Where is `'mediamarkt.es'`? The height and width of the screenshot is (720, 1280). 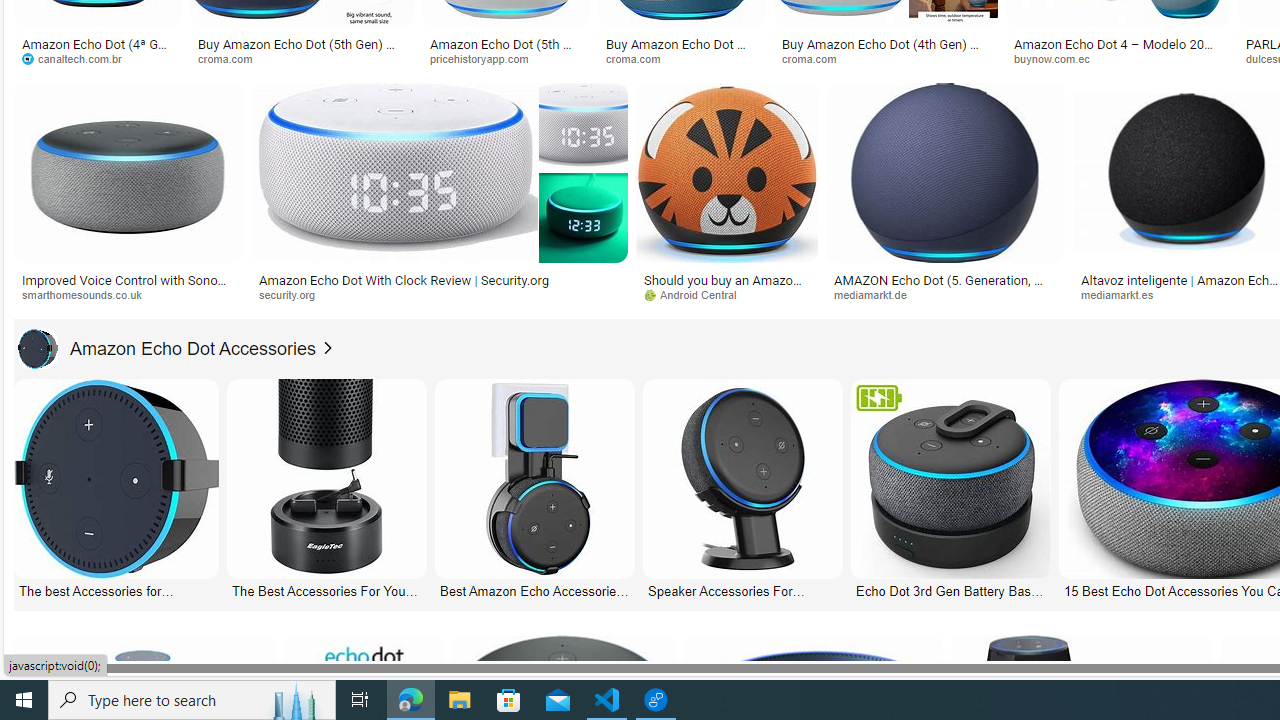 'mediamarkt.es' is located at coordinates (1124, 294).